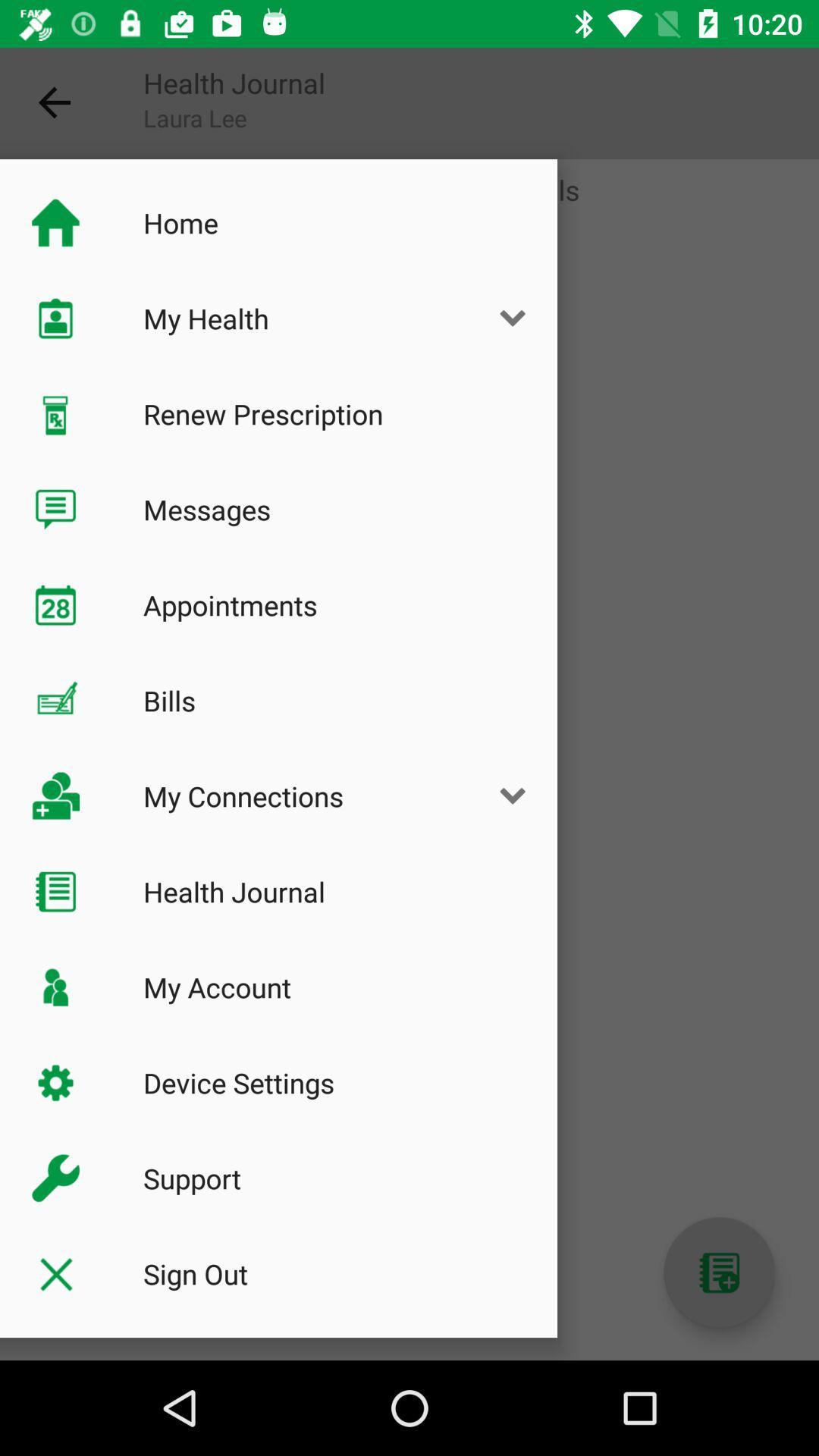 Image resolution: width=819 pixels, height=1456 pixels. What do you see at coordinates (55, 102) in the screenshot?
I see `the icon next to health journal item` at bounding box center [55, 102].